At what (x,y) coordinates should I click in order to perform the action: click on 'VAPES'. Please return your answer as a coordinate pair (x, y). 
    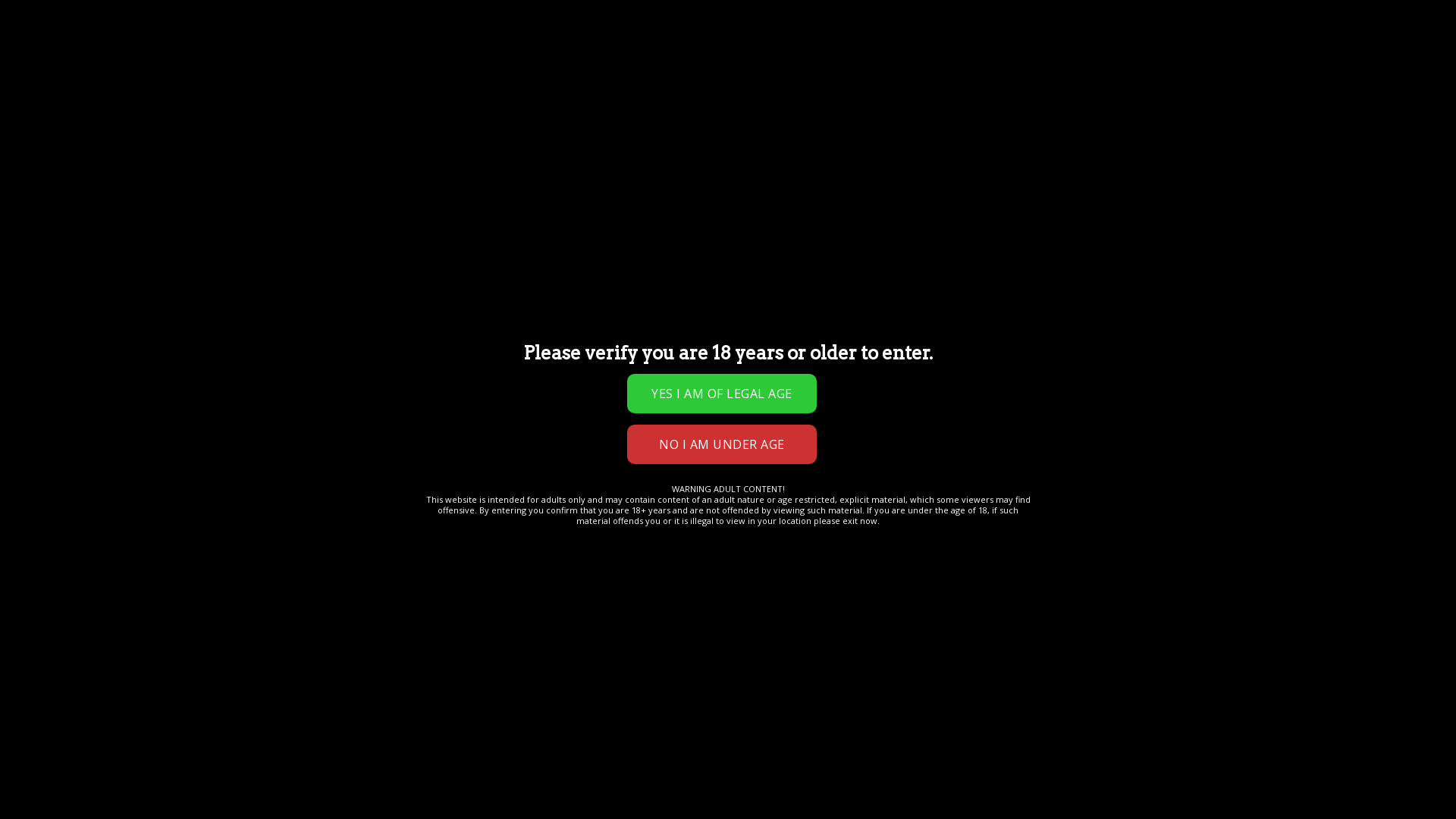
    Looking at the image, I should click on (384, 84).